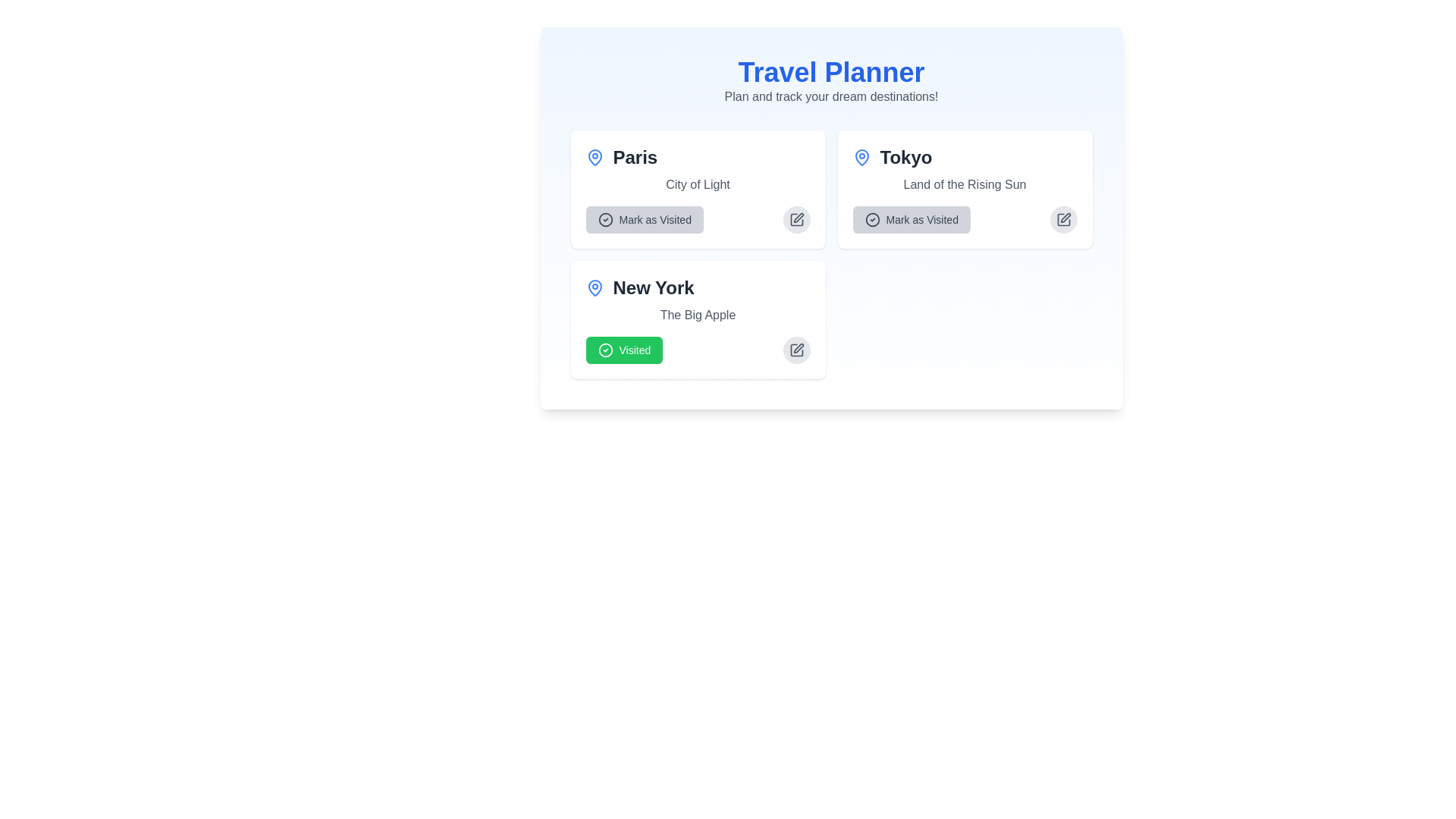  What do you see at coordinates (697, 315) in the screenshot?
I see `the static text element displaying 'The Big Apple' which is located below the header 'New York' and above the status button 'Visited' in the New York City card` at bounding box center [697, 315].